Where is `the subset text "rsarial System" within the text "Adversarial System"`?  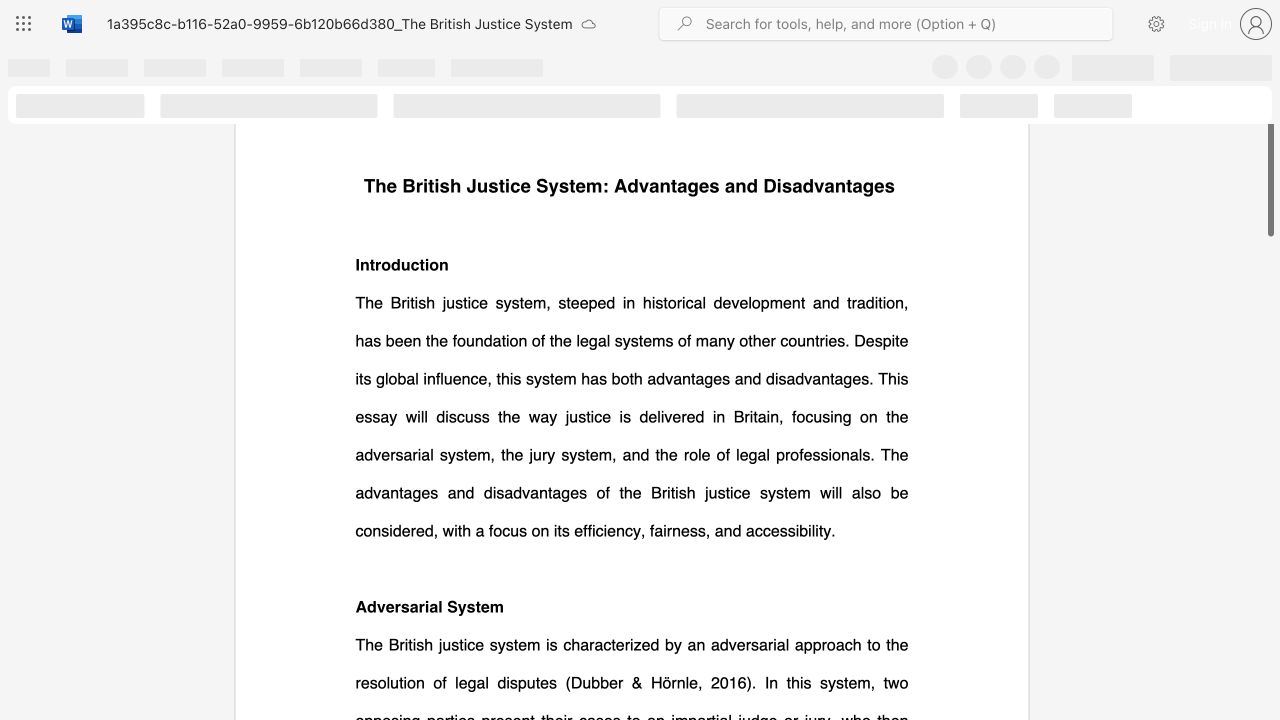 the subset text "rsarial System" within the text "Adversarial System" is located at coordinates (394, 605).